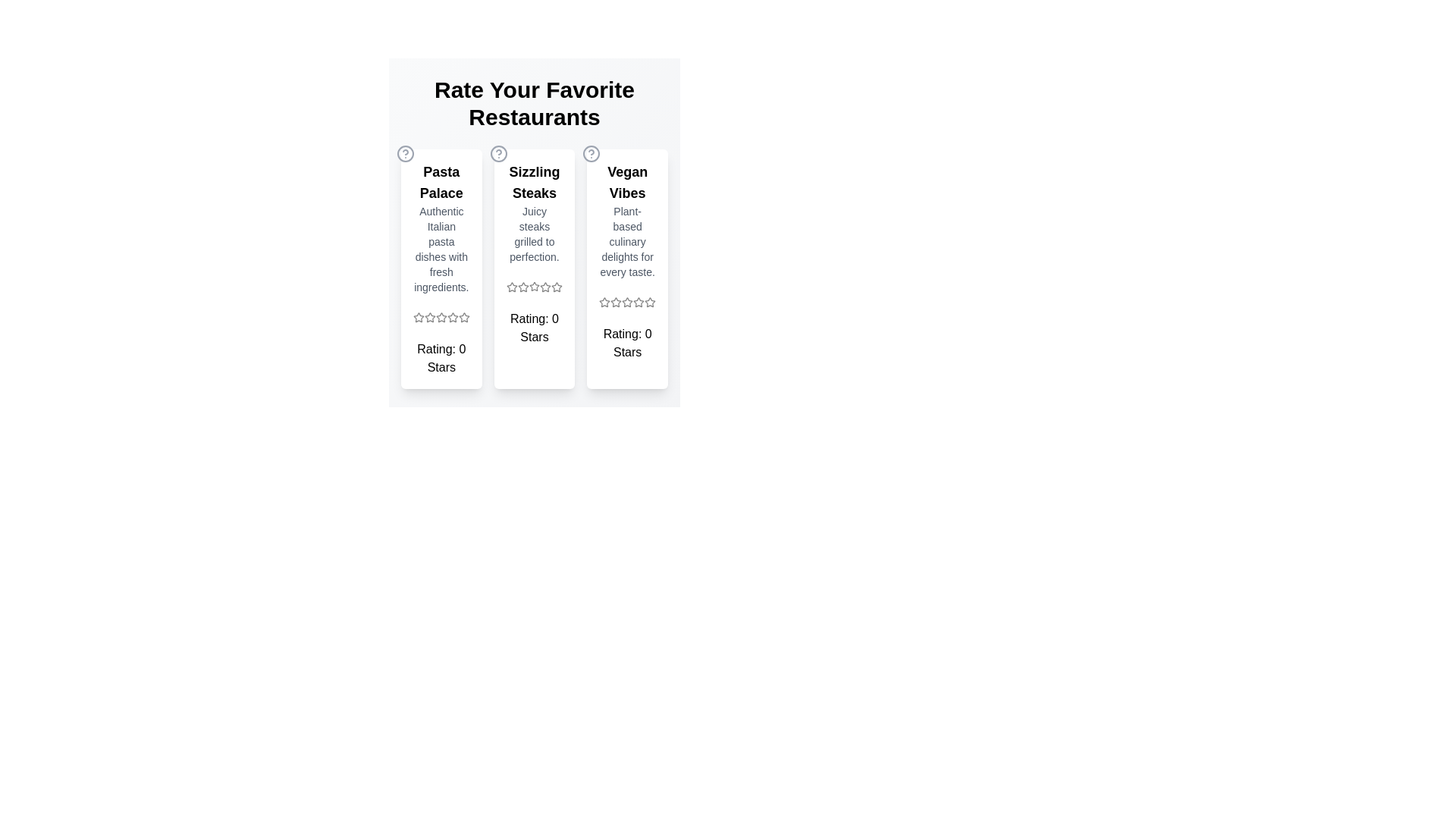  I want to click on the star icon for 1 stars in the Vegan Vibes section, so click(604, 302).